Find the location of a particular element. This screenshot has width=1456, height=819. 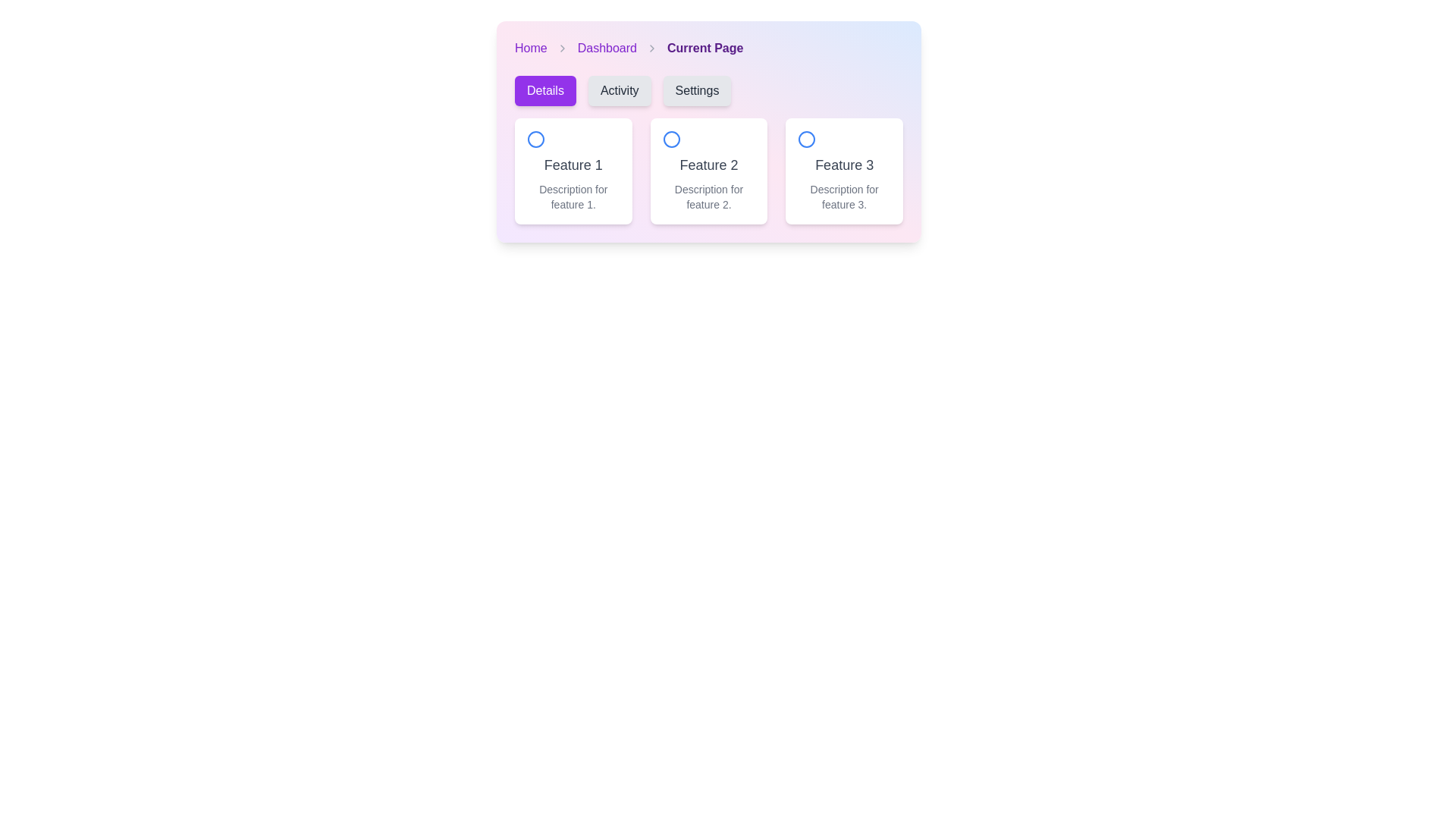

description text label located at the bottom of the 'Feature 2' card, which provides additional details about this feature is located at coordinates (708, 196).